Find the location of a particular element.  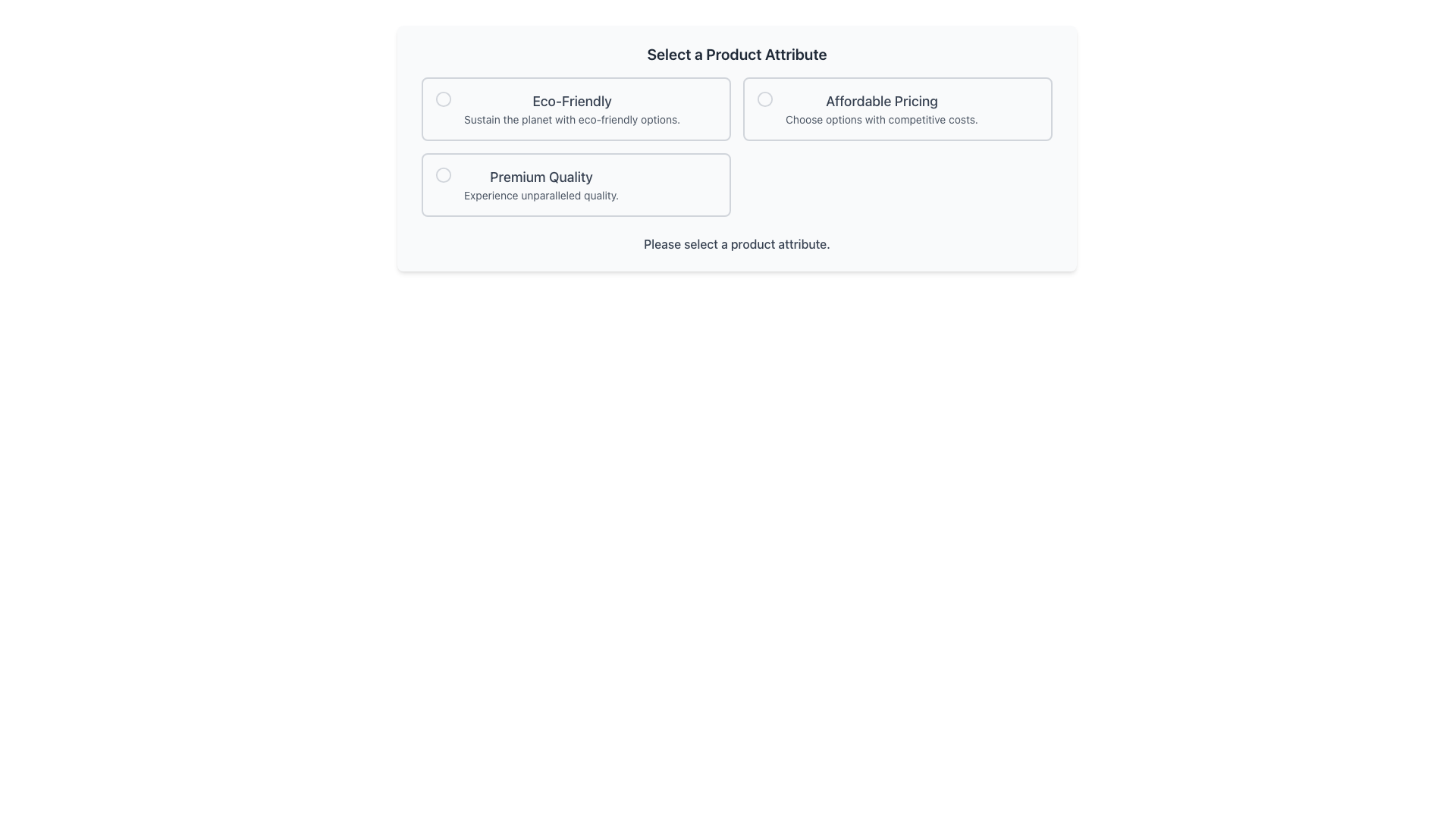

the SVG Circle that indicates the selected state of the 'Eco-Friendly' radio button, located at the top left of the 'Select a Product Attribute' section is located at coordinates (443, 99).